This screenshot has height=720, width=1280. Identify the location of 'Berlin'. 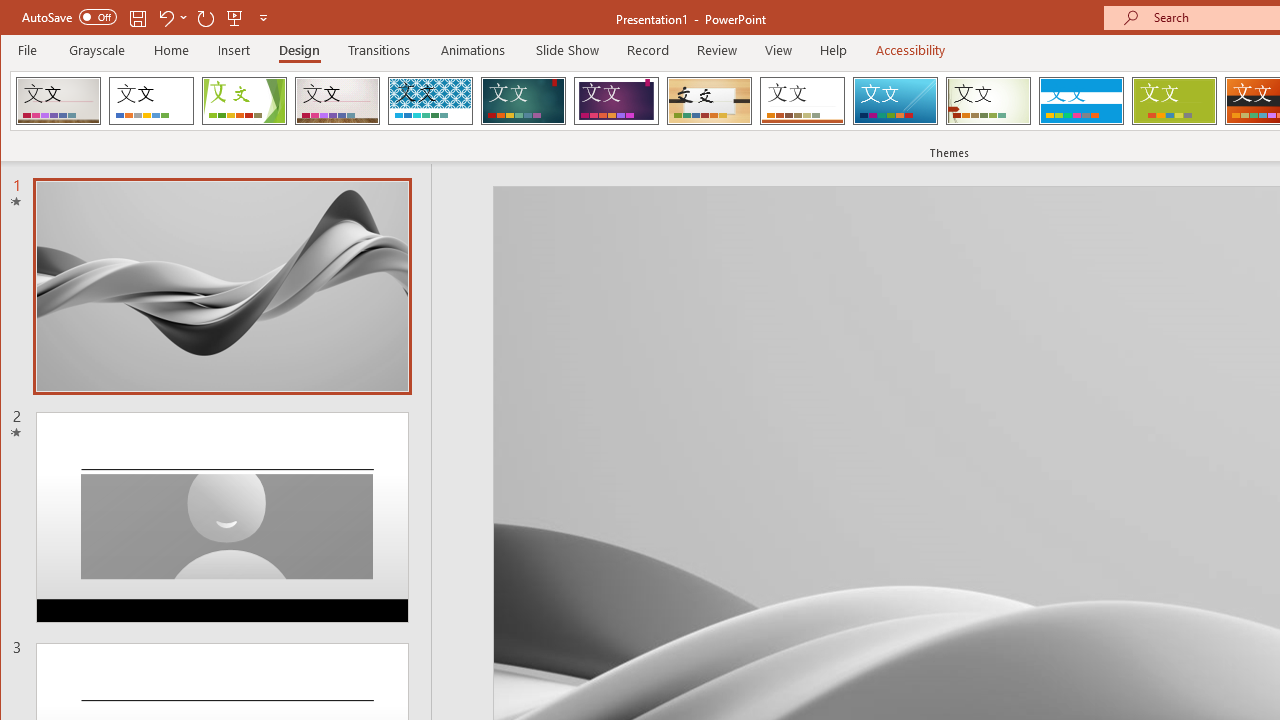
(58, 100).